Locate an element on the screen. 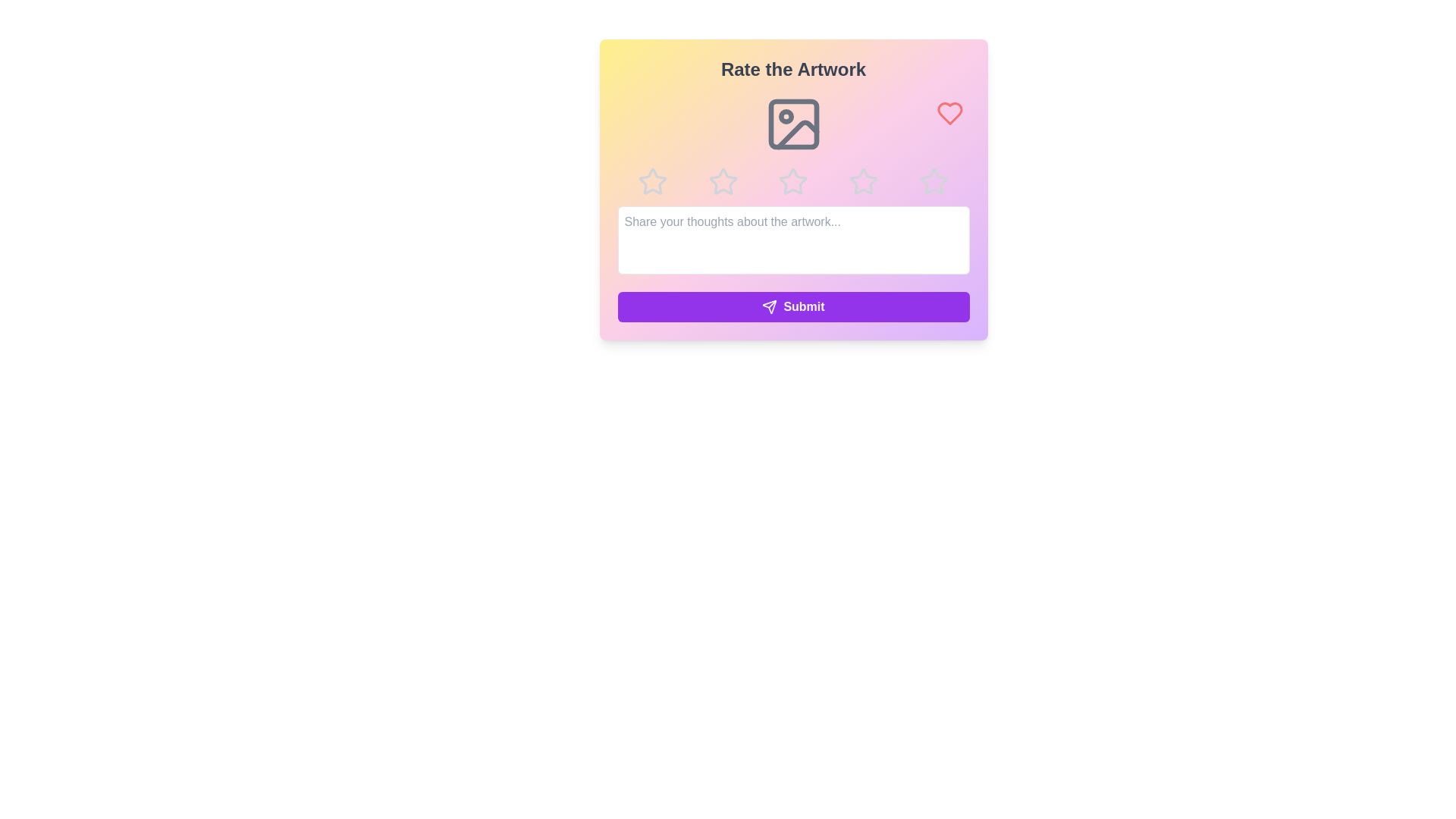 Image resolution: width=1456 pixels, height=819 pixels. the heart icon to express appreciation for the artwork is located at coordinates (949, 113).